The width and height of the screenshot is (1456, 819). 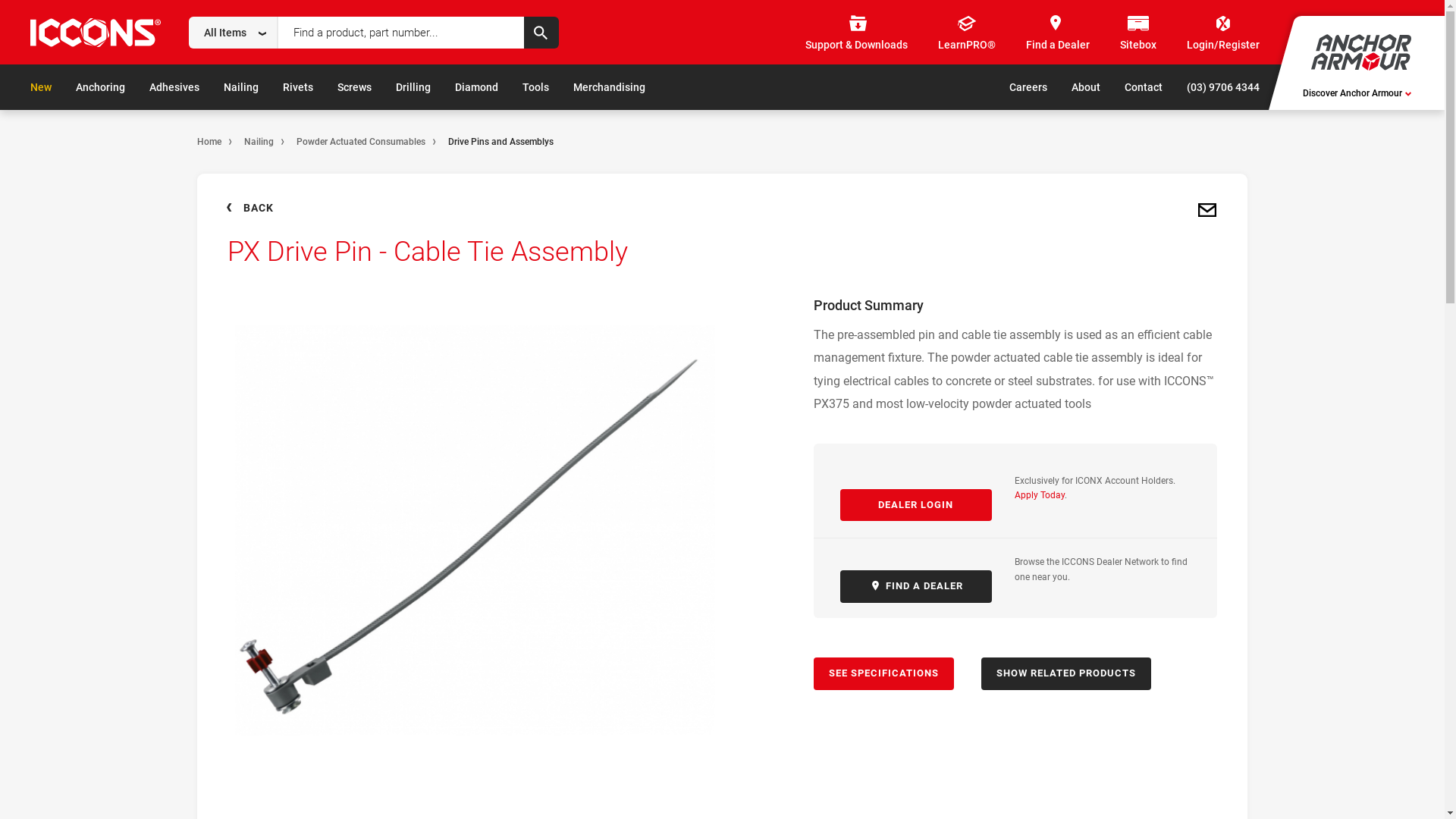 I want to click on 'BACK', so click(x=224, y=207).